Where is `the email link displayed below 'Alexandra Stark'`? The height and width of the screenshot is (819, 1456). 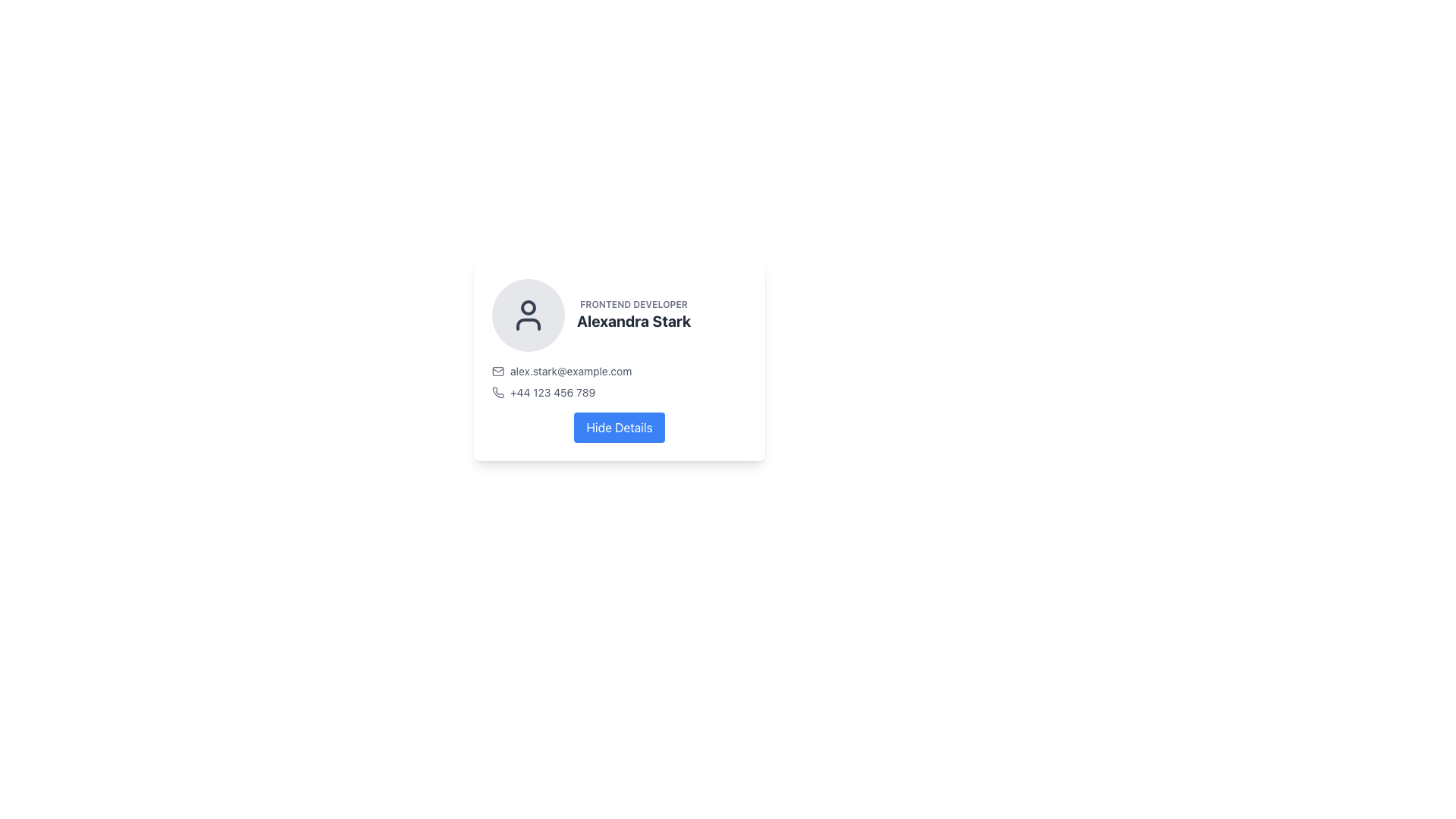 the email link displayed below 'Alexandra Stark' is located at coordinates (619, 371).